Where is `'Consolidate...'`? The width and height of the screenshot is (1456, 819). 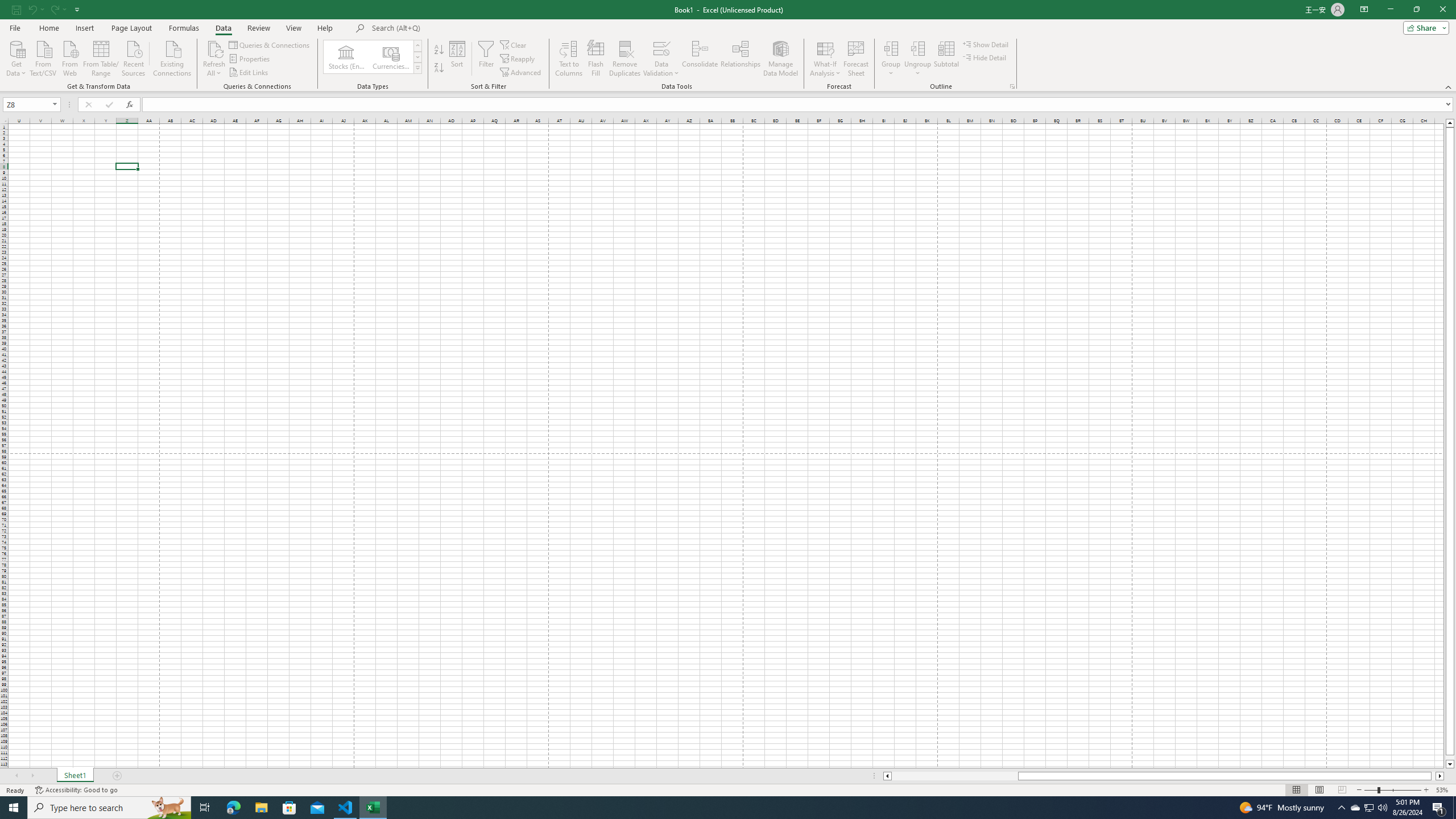 'Consolidate...' is located at coordinates (700, 59).